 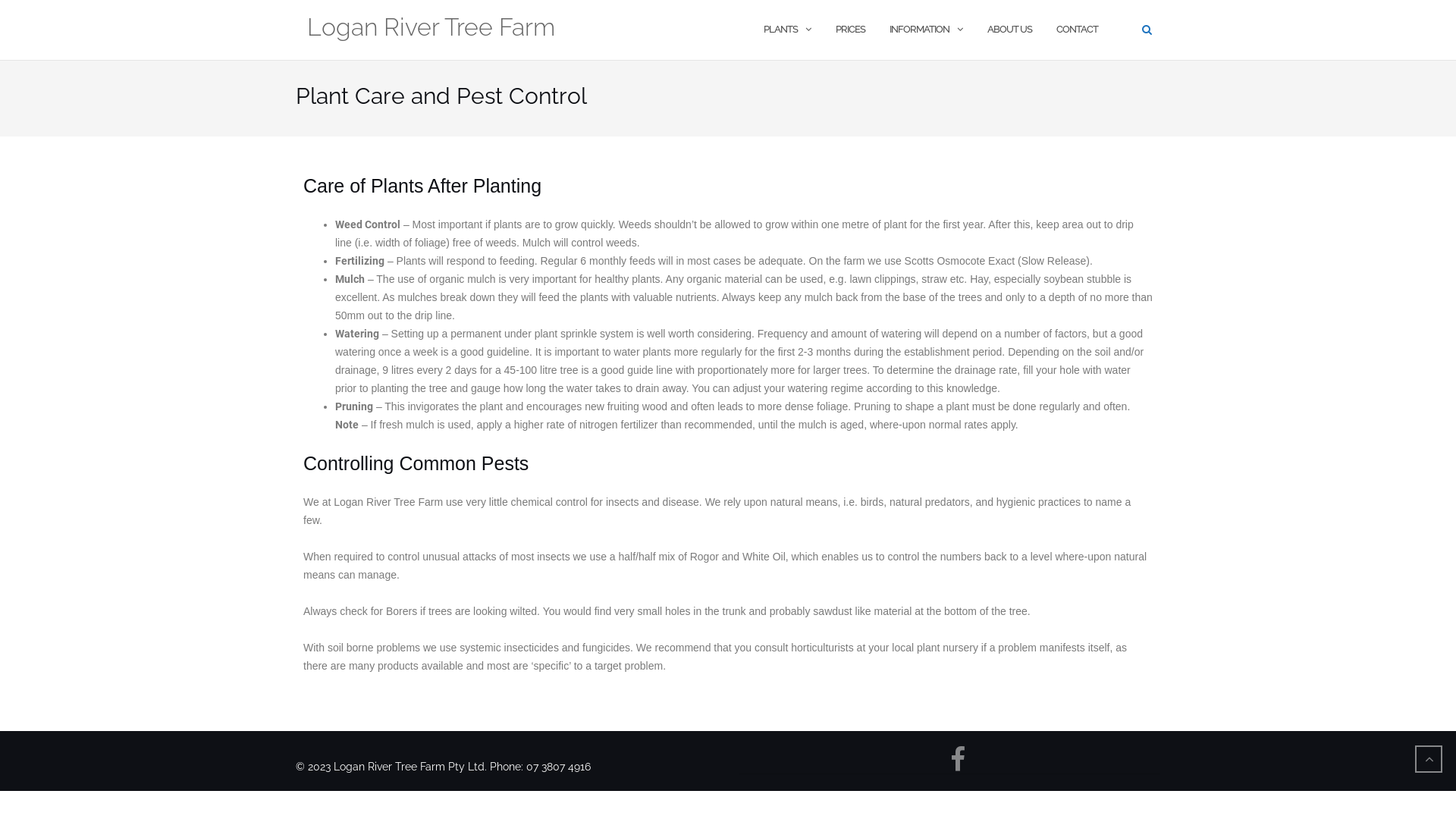 What do you see at coordinates (430, 30) in the screenshot?
I see `'Logan River Tree Farm'` at bounding box center [430, 30].